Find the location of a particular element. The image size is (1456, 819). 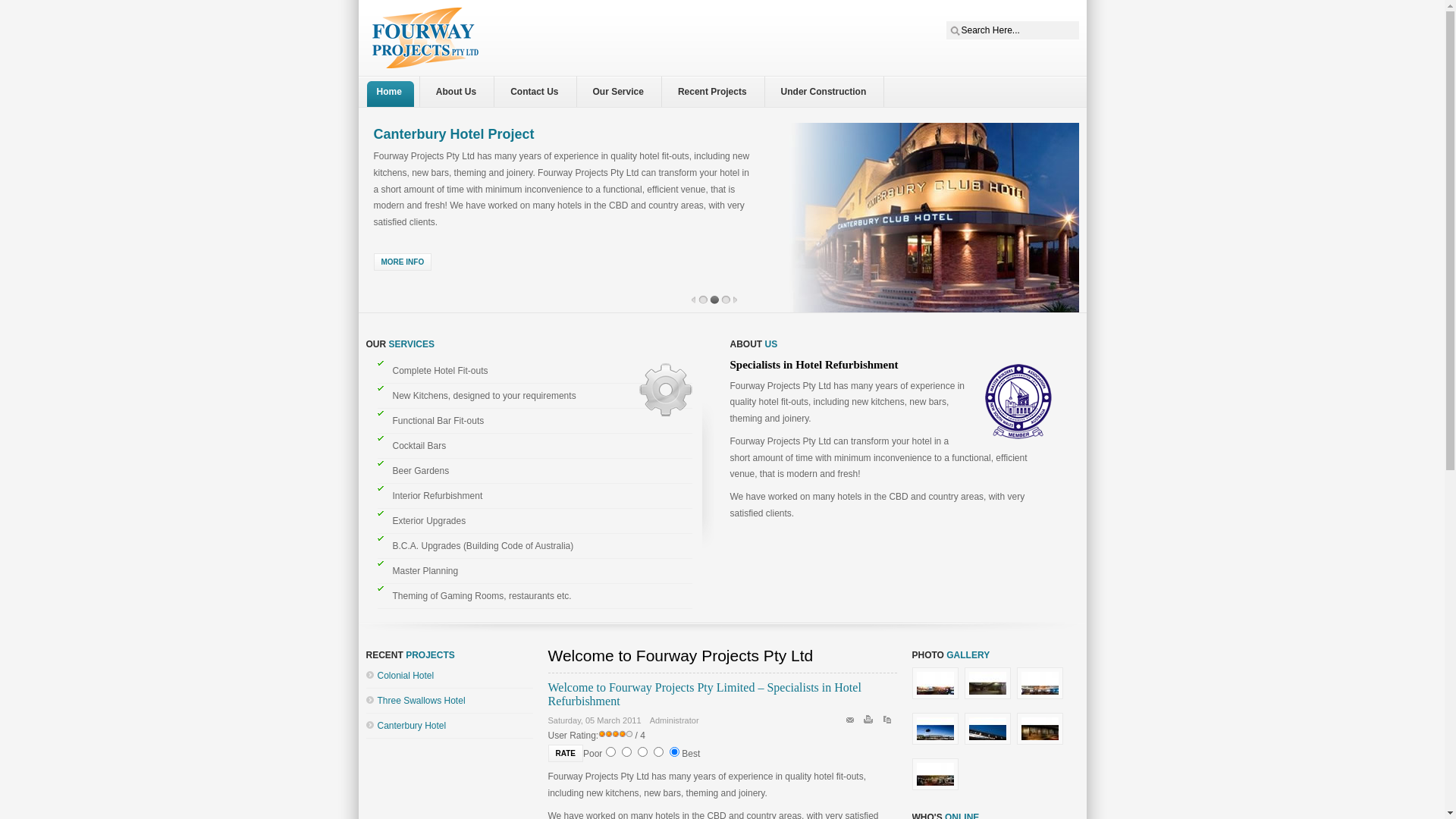

'Photo Gallery' is located at coordinates (990, 699).